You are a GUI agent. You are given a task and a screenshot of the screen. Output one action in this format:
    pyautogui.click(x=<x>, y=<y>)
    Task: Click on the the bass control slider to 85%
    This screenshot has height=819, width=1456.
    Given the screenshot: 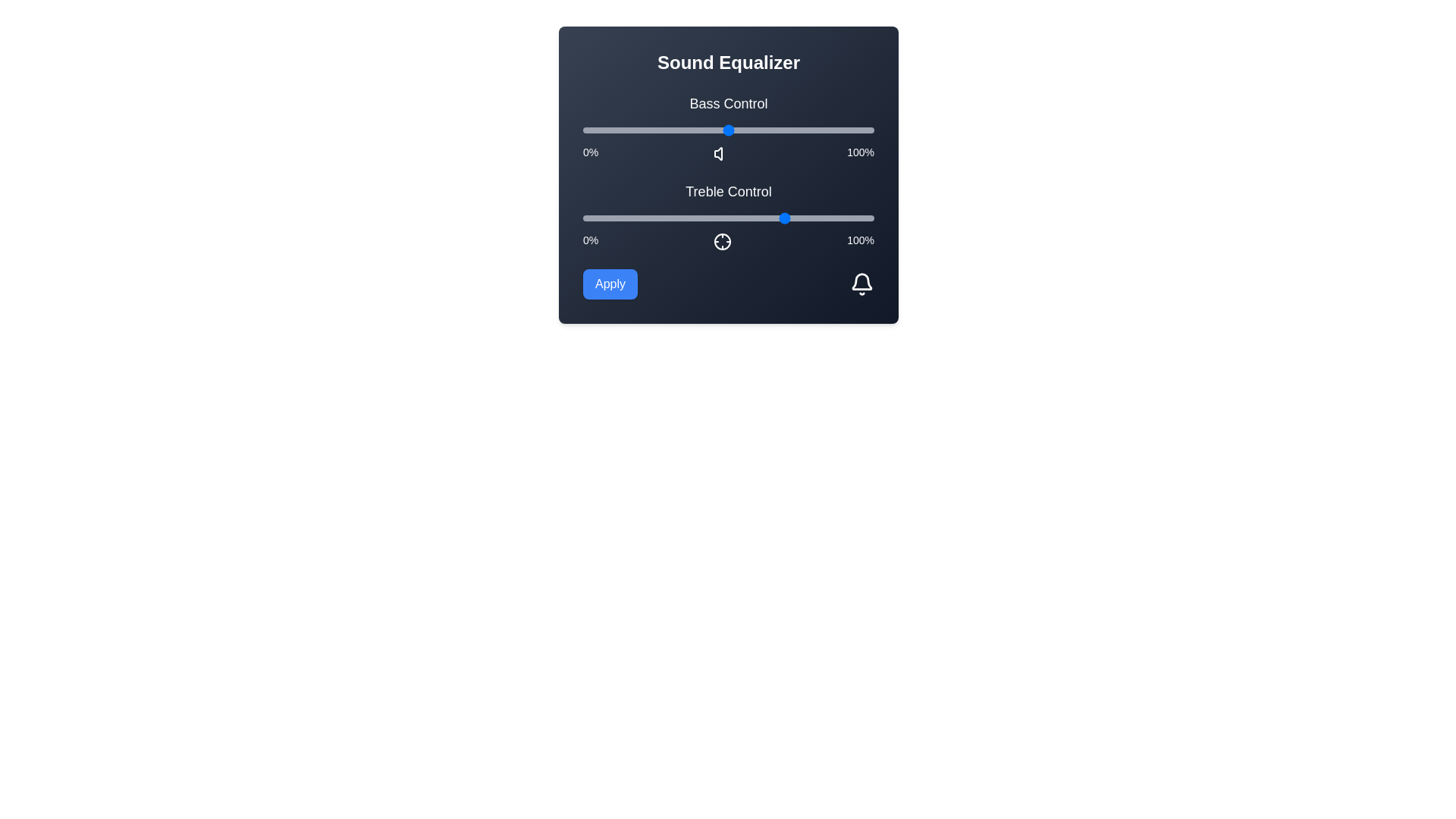 What is the action you would take?
    pyautogui.click(x=830, y=130)
    